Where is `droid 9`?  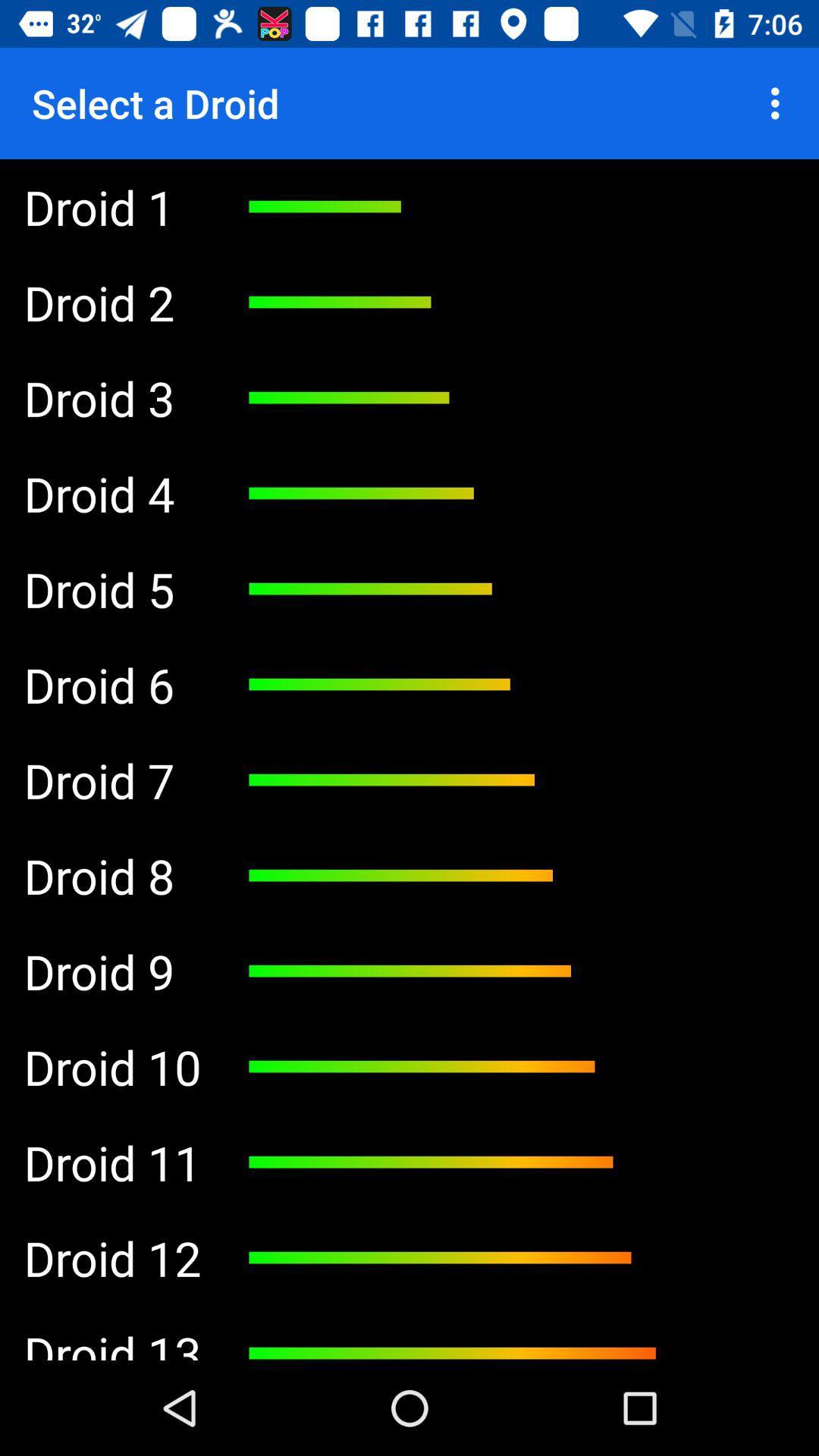 droid 9 is located at coordinates (111, 971).